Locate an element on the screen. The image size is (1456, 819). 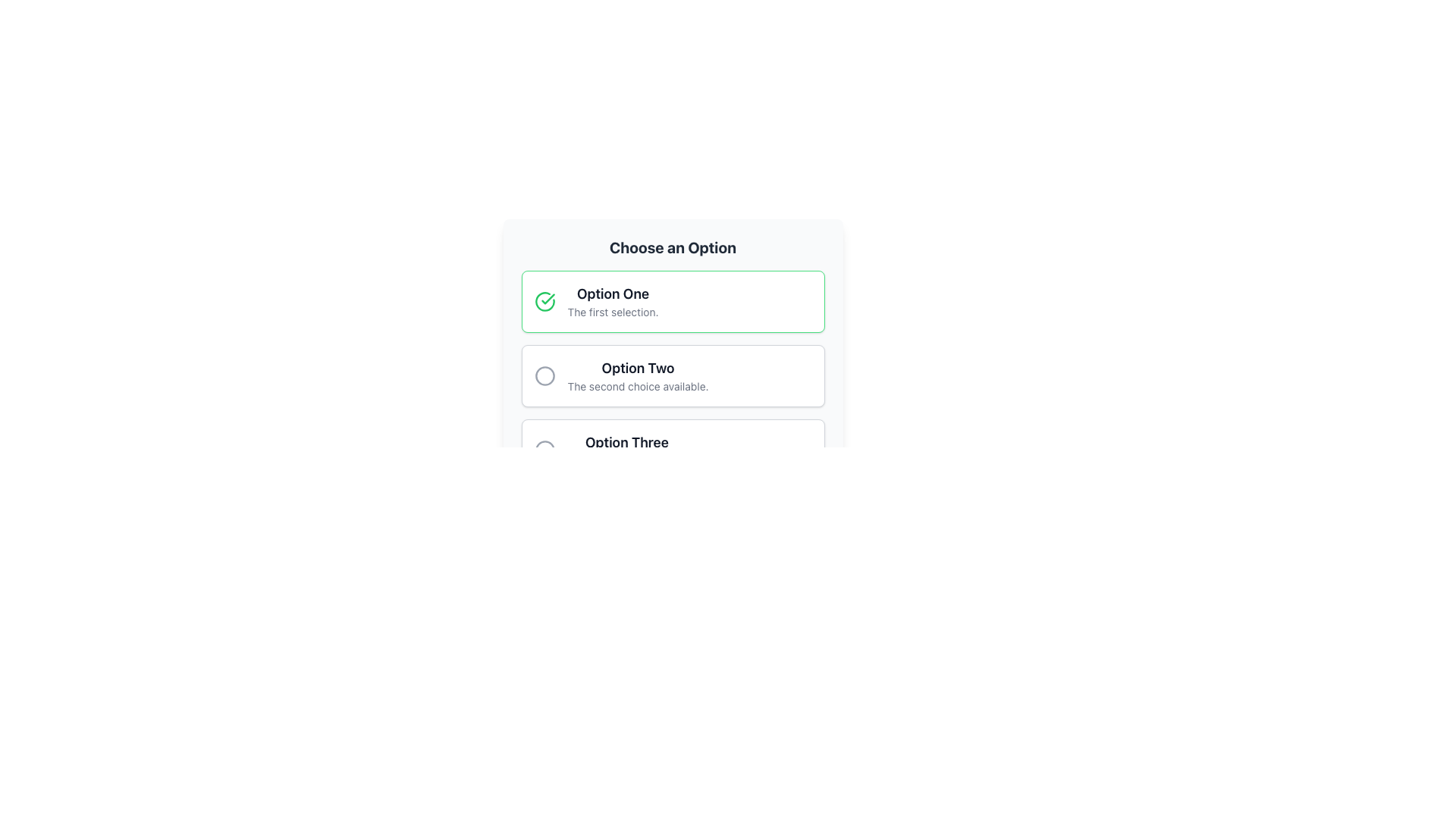
the 'Option Two' button is located at coordinates (672, 375).